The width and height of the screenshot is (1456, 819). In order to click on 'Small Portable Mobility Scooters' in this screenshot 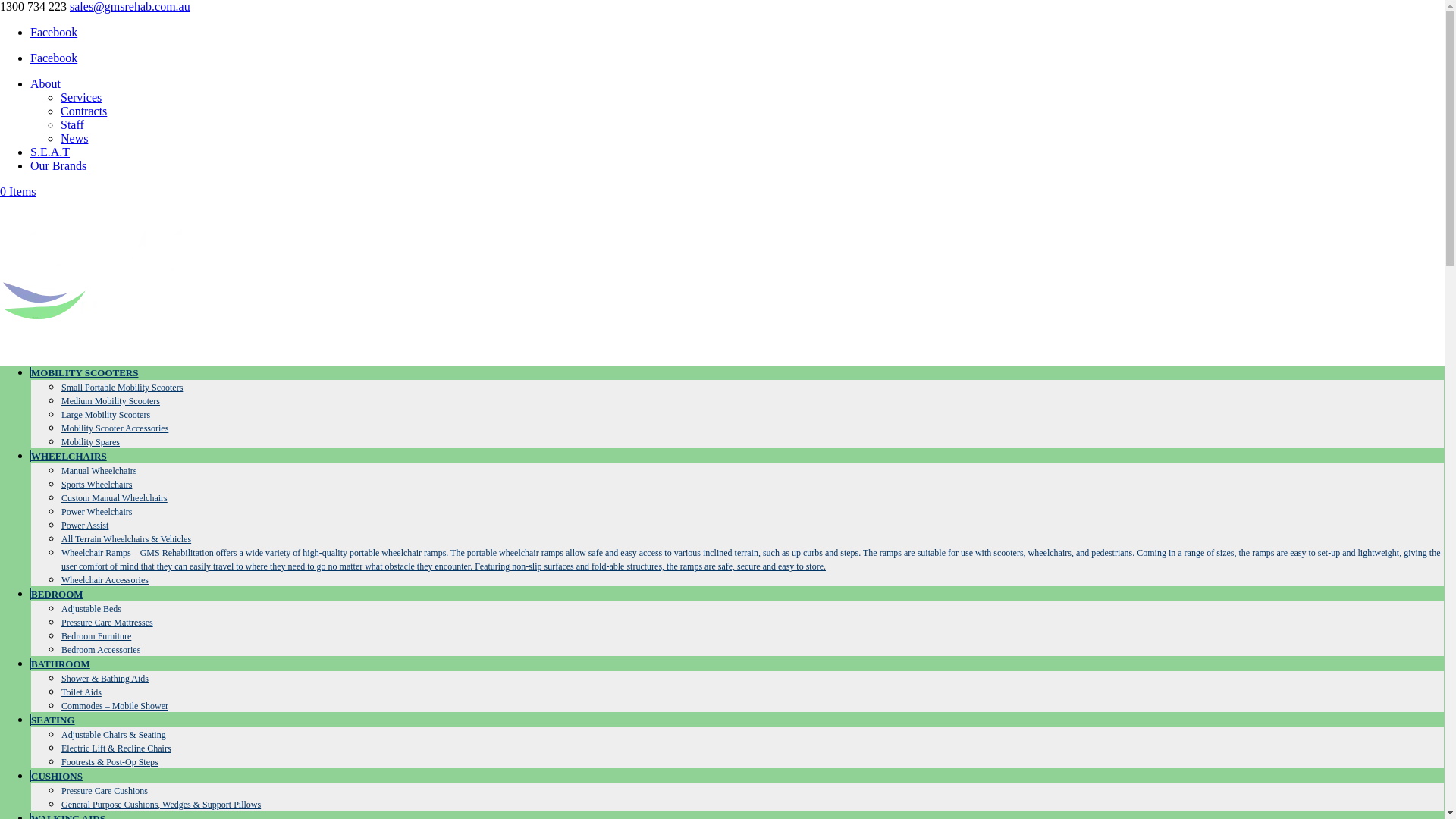, I will do `click(61, 386)`.